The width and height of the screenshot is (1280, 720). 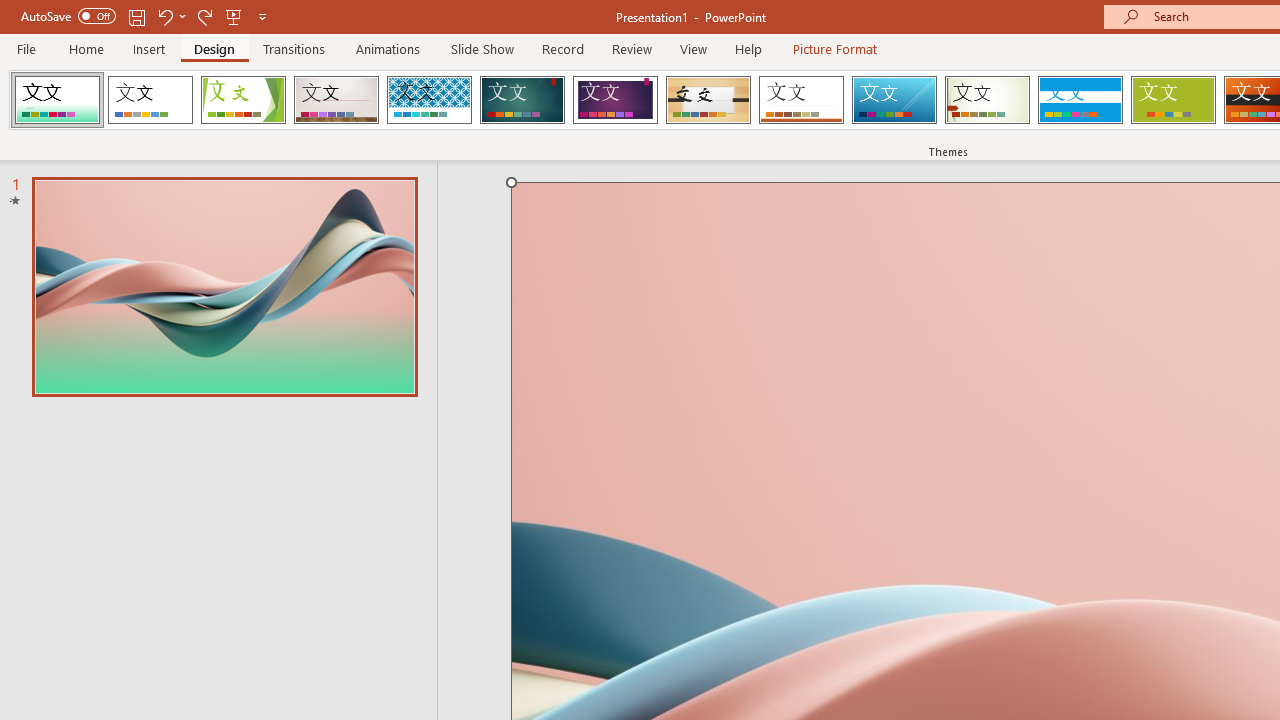 What do you see at coordinates (987, 100) in the screenshot?
I see `'Wisp'` at bounding box center [987, 100].